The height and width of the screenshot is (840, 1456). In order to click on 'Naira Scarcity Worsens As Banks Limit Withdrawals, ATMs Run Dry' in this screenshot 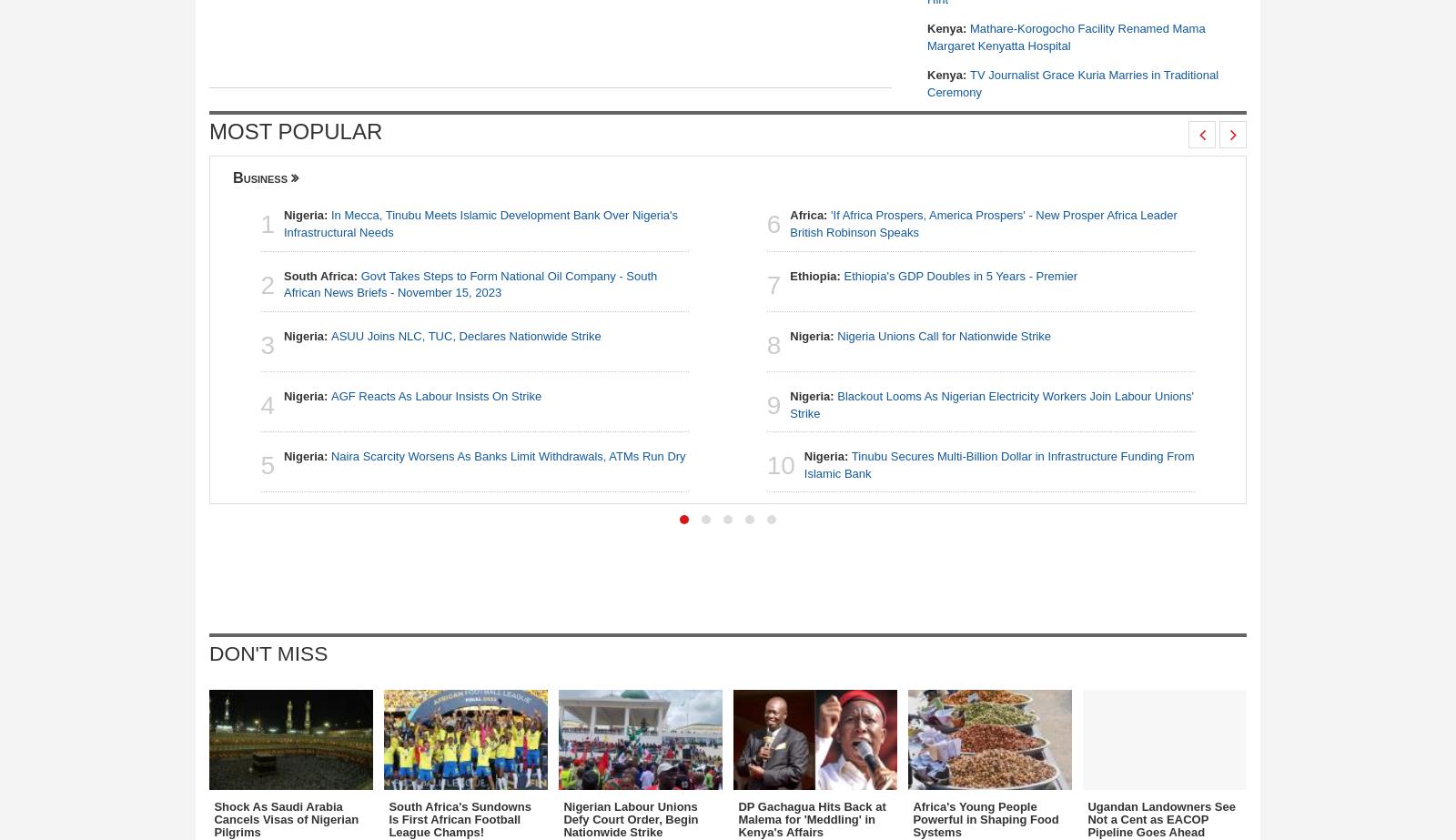, I will do `click(507, 455)`.